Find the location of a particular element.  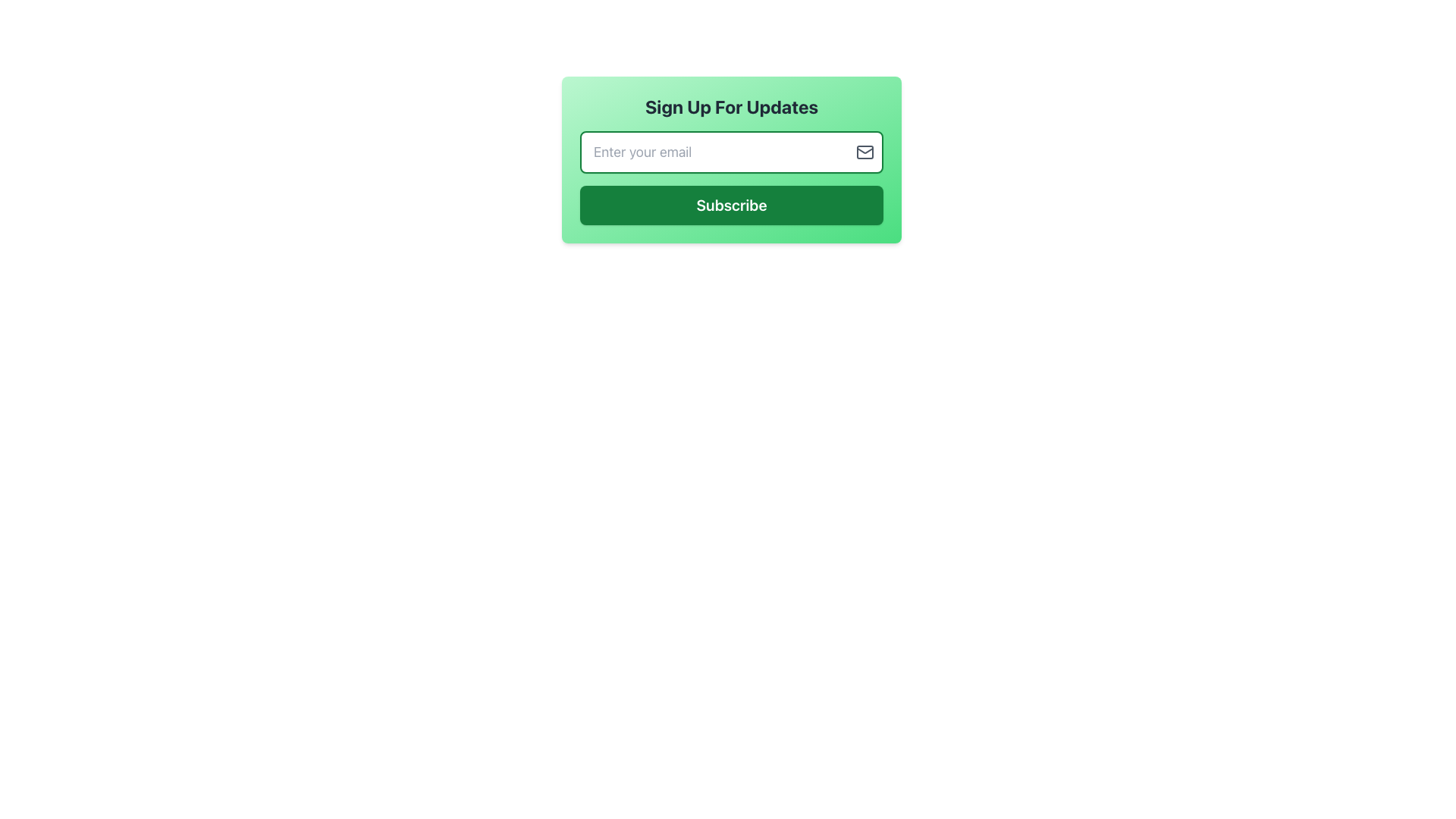

the larger background rectangle of the envelope icon located at the right edge of the email input field in the 'Sign Up For Updates' subscription form is located at coordinates (865, 152).